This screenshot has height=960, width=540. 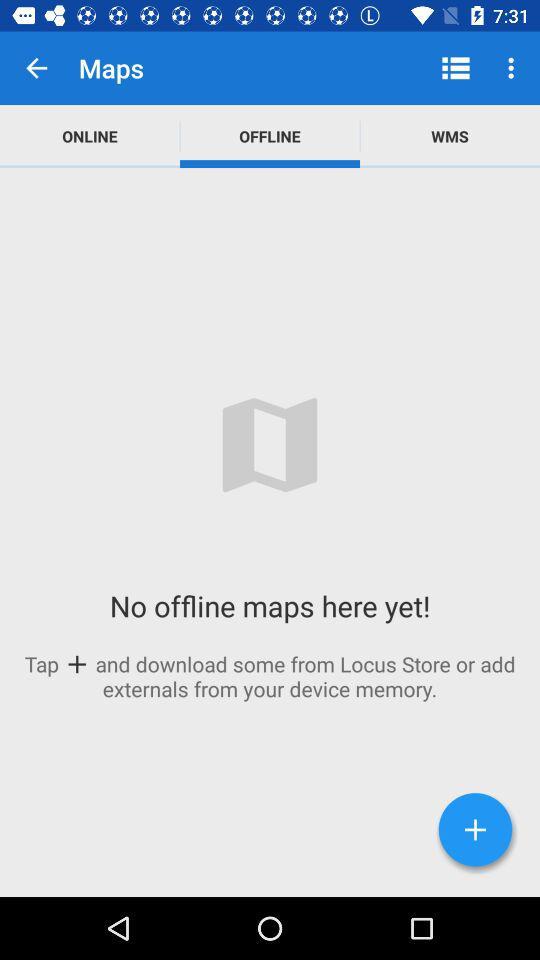 I want to click on the add icon, so click(x=474, y=829).